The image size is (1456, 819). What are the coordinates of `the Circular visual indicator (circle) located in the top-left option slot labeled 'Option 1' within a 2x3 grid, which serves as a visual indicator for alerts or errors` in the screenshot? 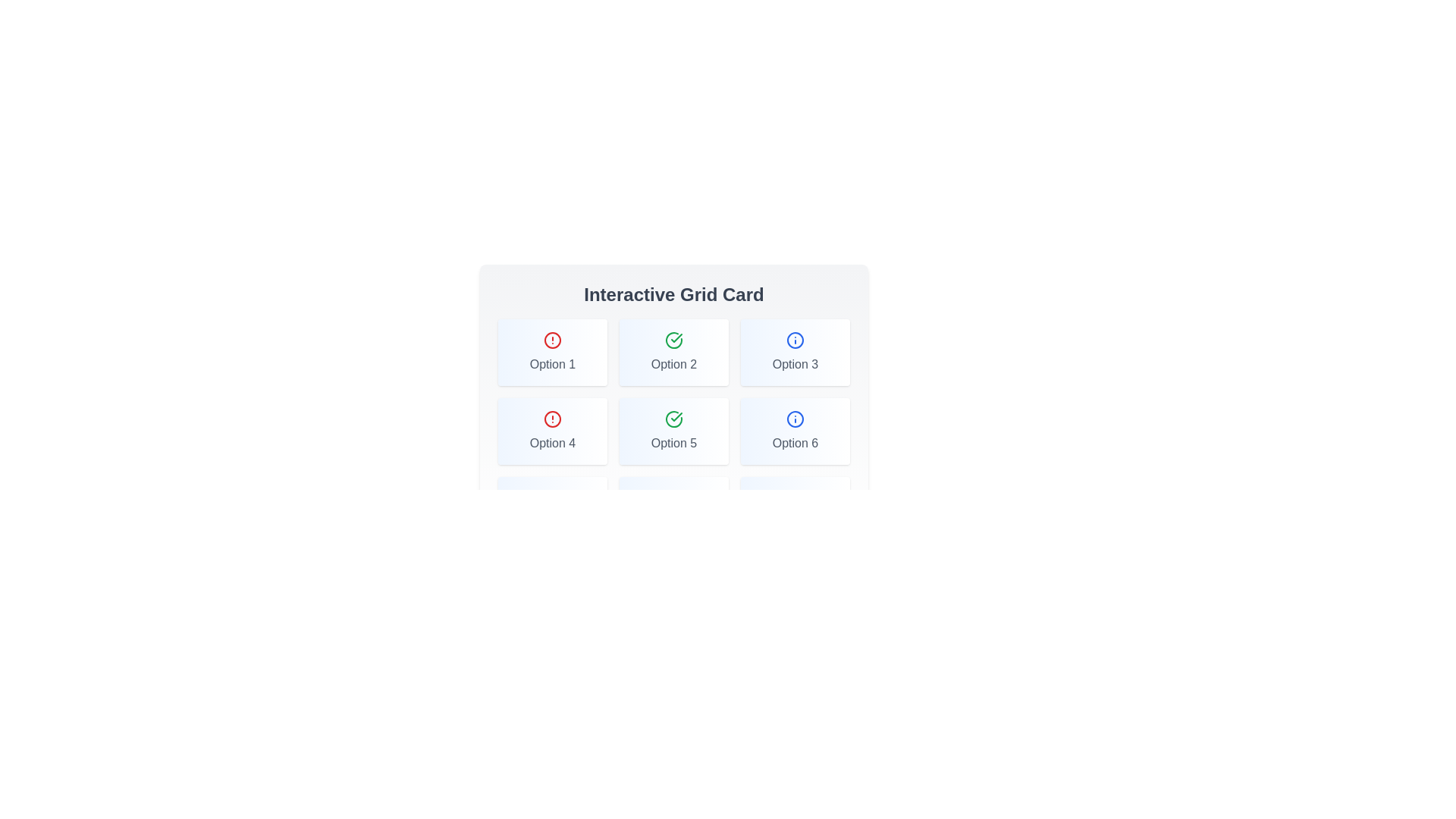 It's located at (552, 339).